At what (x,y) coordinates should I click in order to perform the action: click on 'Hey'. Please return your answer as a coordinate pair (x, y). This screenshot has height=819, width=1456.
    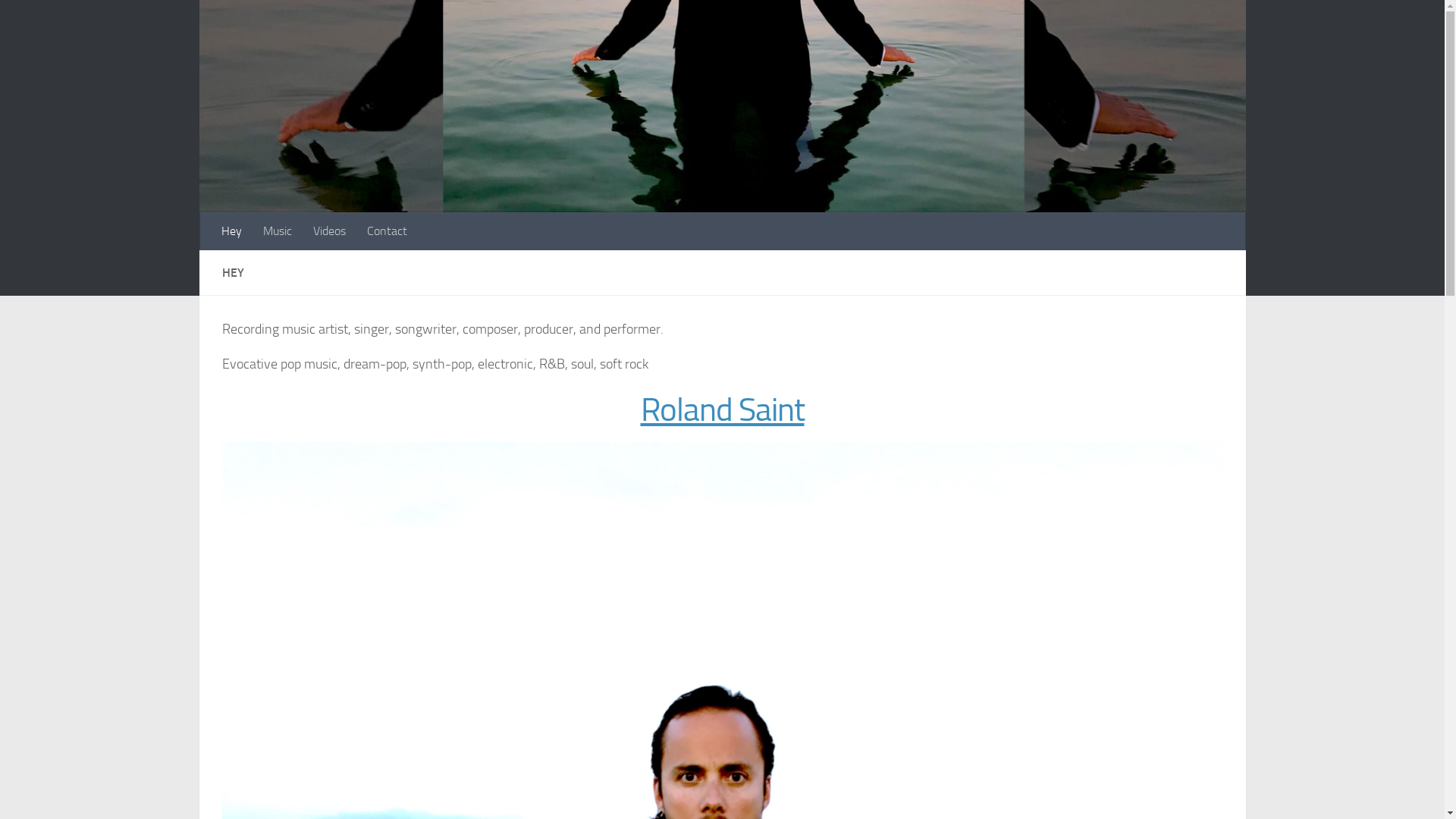
    Looking at the image, I should click on (231, 231).